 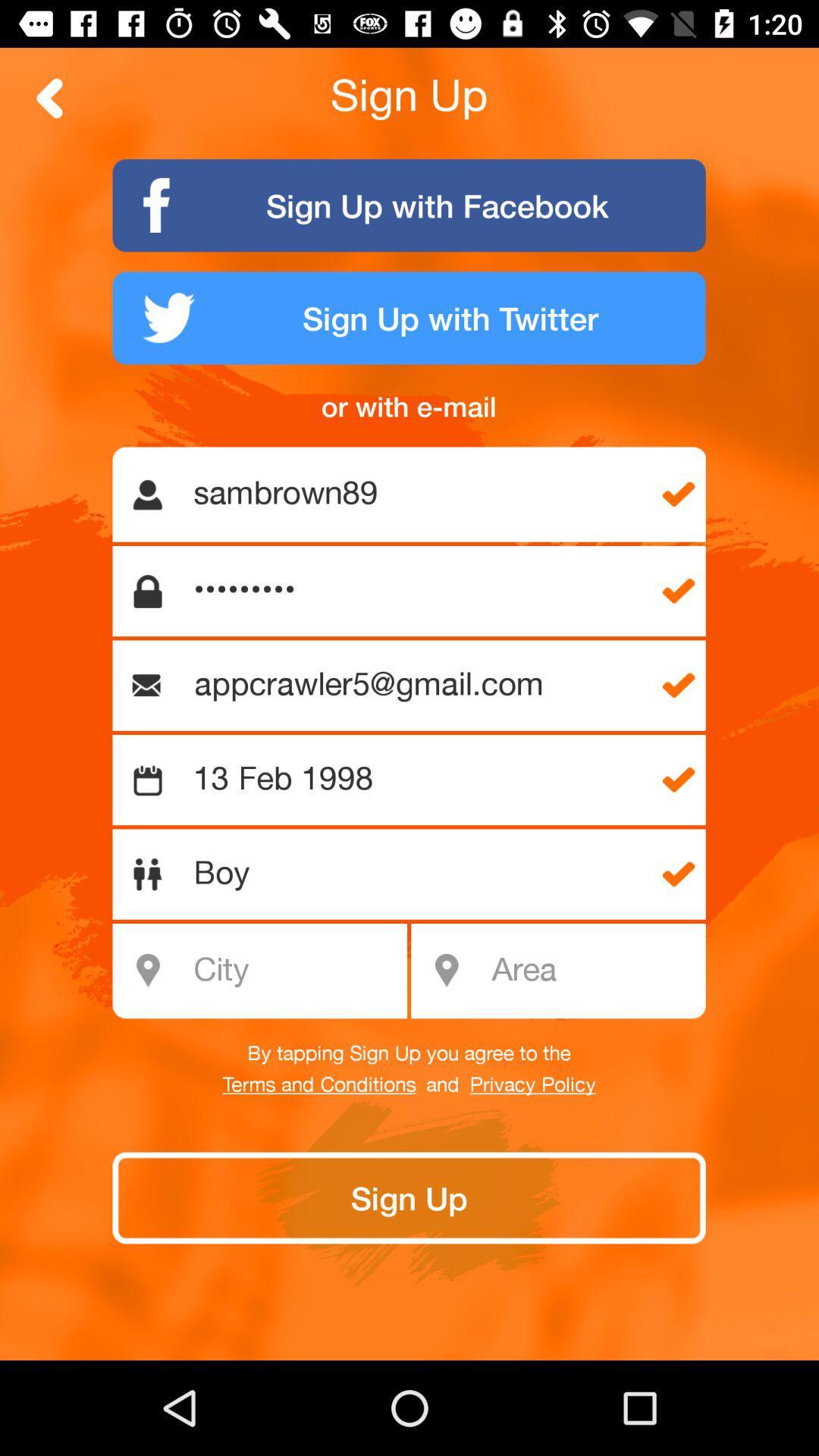 What do you see at coordinates (416, 685) in the screenshot?
I see `appcrawler5@gmail.com` at bounding box center [416, 685].